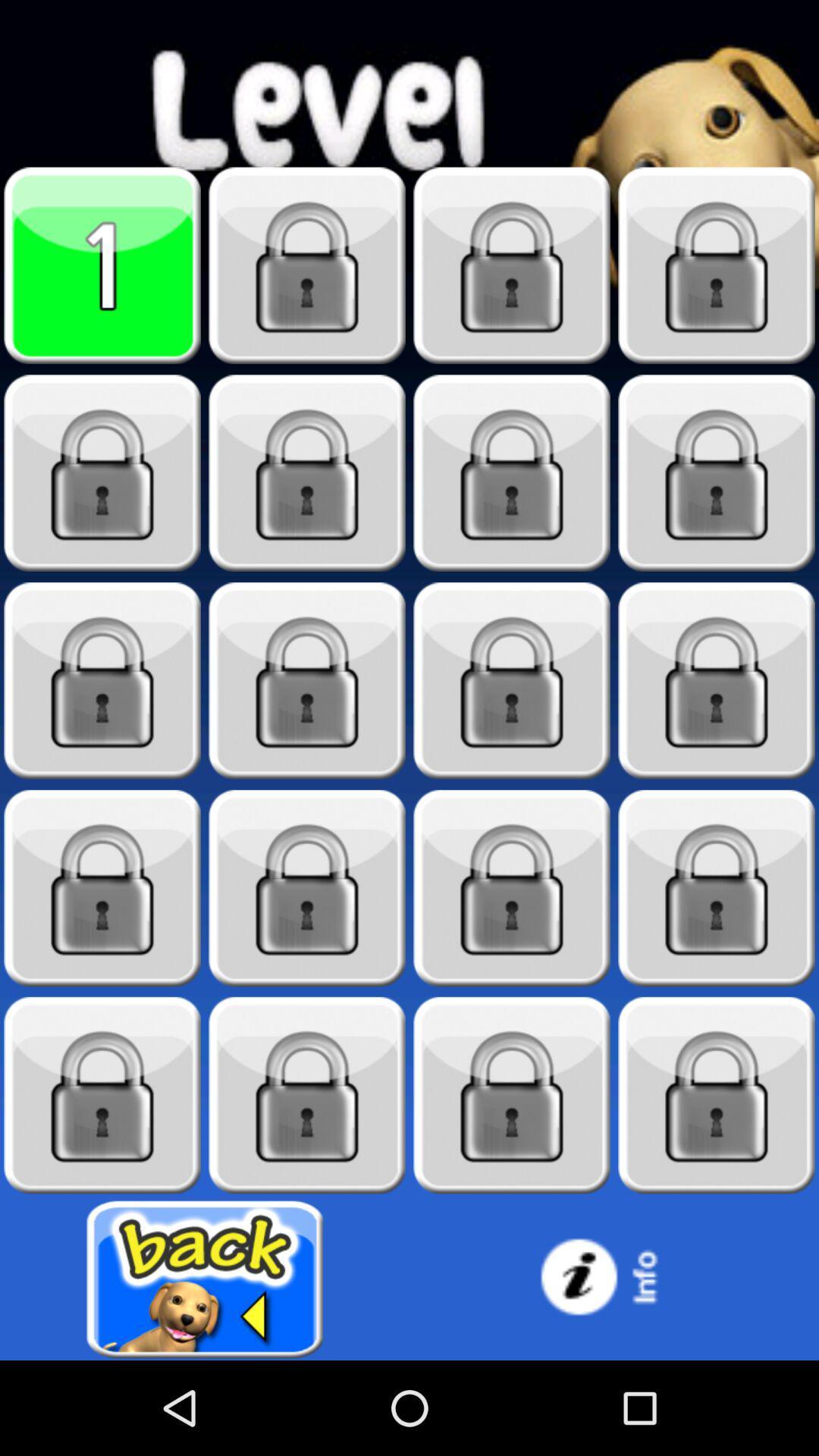 The width and height of the screenshot is (819, 1456). What do you see at coordinates (102, 680) in the screenshot?
I see `it is locked till you complete other levels` at bounding box center [102, 680].